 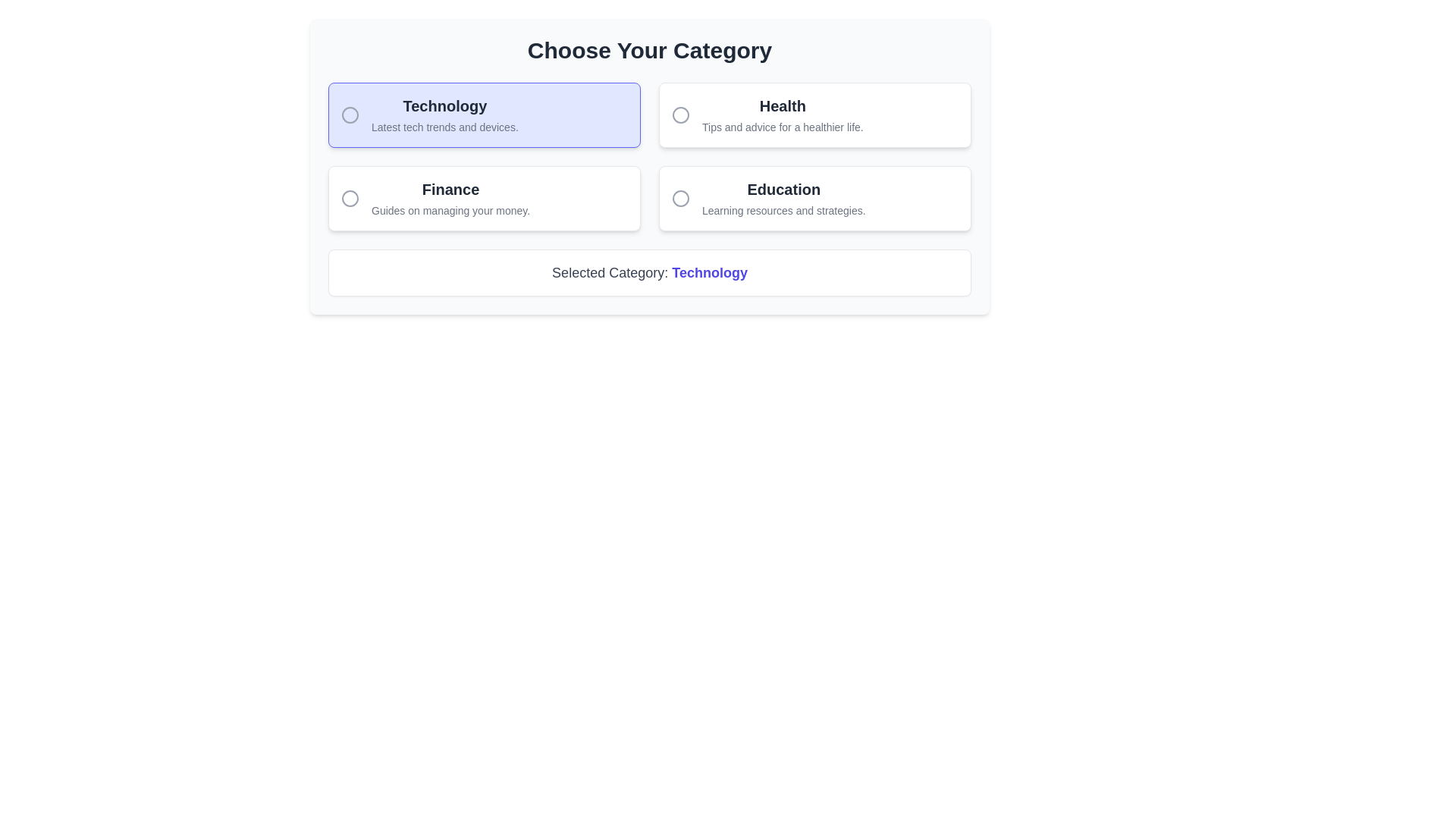 What do you see at coordinates (349, 198) in the screenshot?
I see `the circular iconography component located in the 'Finance' option box, which is visually defined by a stroke circle without a fill` at bounding box center [349, 198].